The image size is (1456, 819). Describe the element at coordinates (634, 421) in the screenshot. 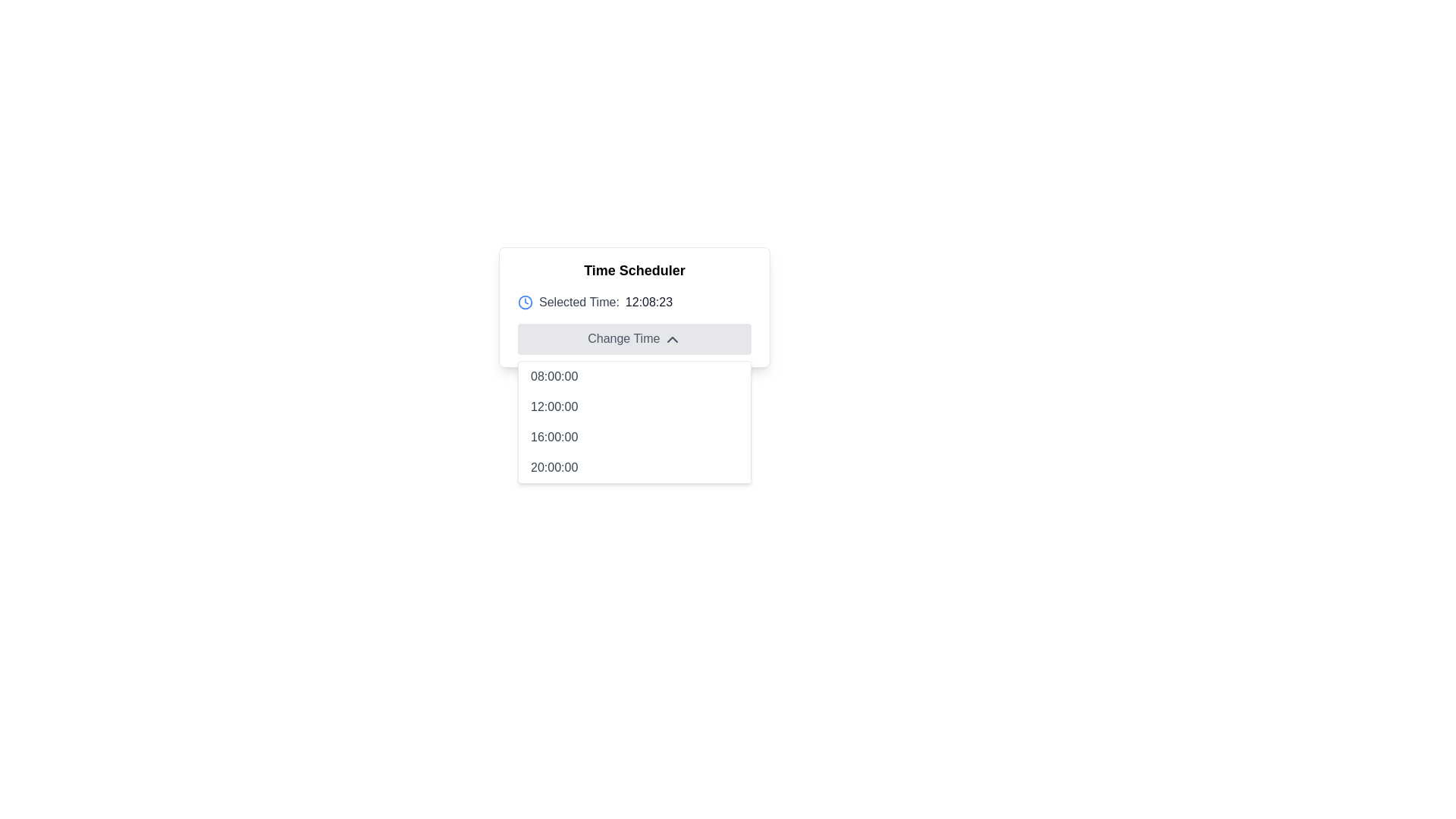

I see `the time option in the dropdown menu styled as a white box with rounded corners located below the 'Change Time' button in the 'Time Scheduler' interface` at that location.